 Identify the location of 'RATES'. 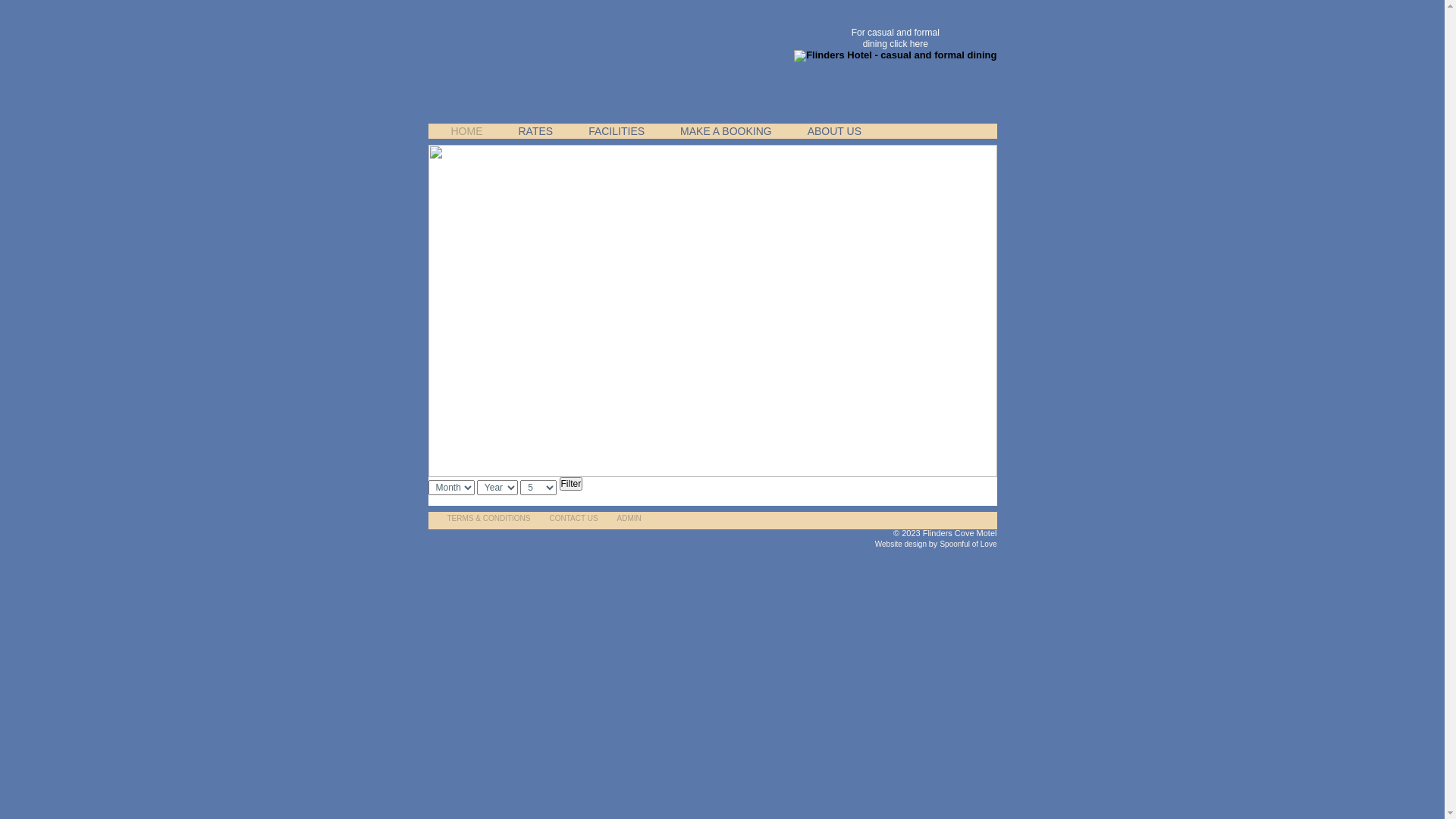
(530, 130).